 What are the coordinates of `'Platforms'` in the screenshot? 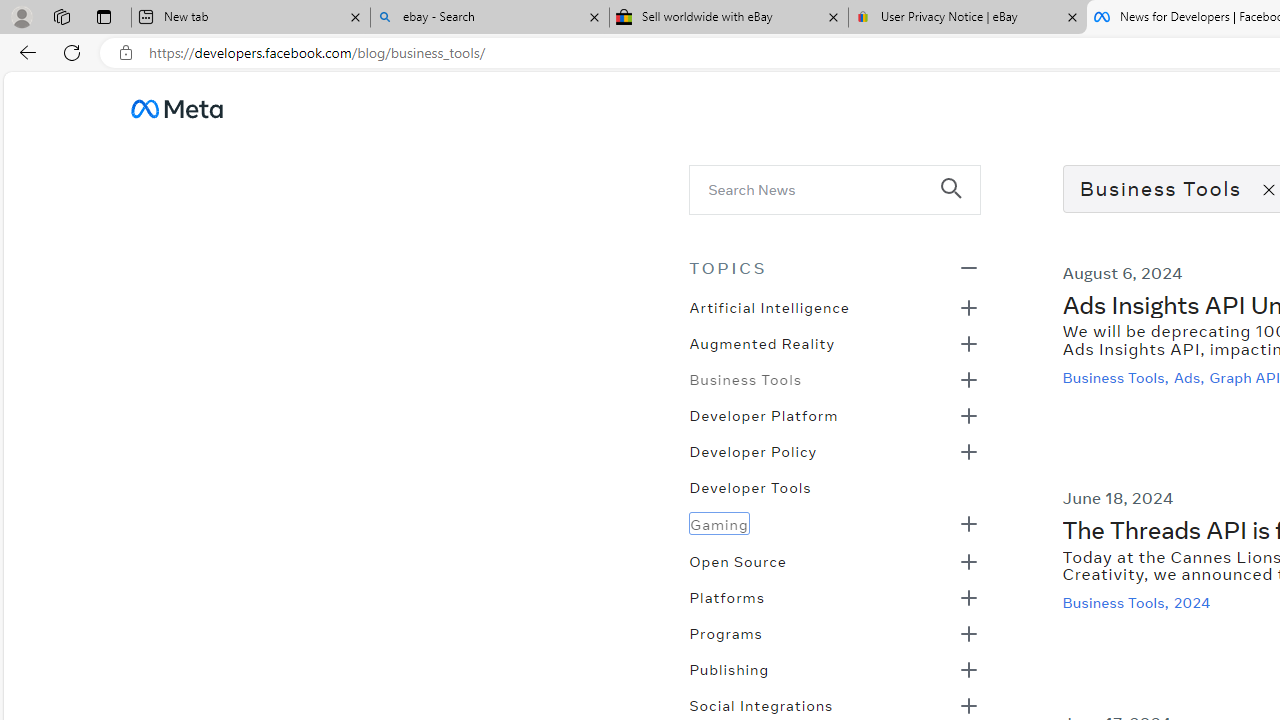 It's located at (726, 594).